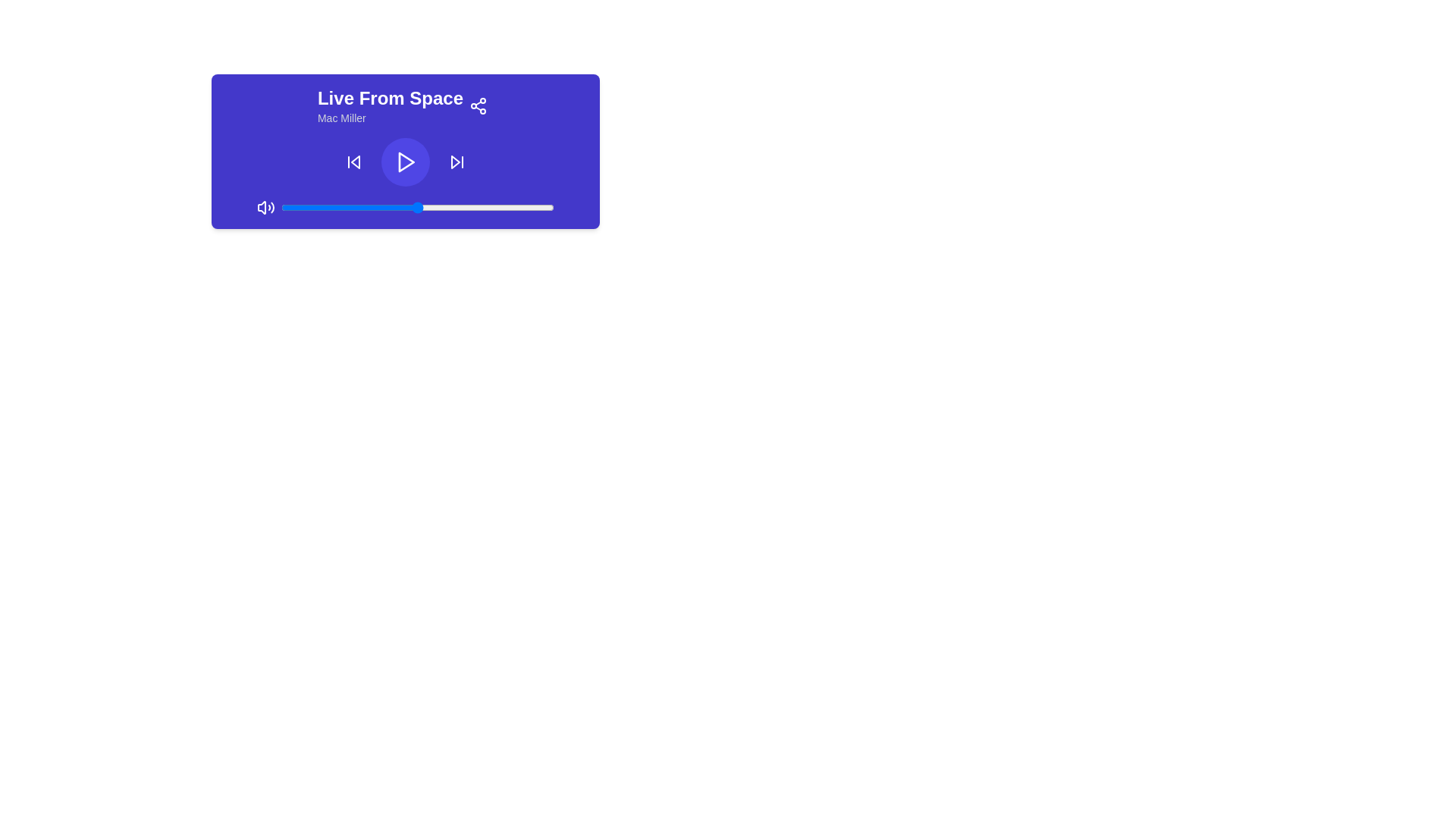 The width and height of the screenshot is (1456, 819). What do you see at coordinates (405, 162) in the screenshot?
I see `the play/pause button in the media control button group` at bounding box center [405, 162].